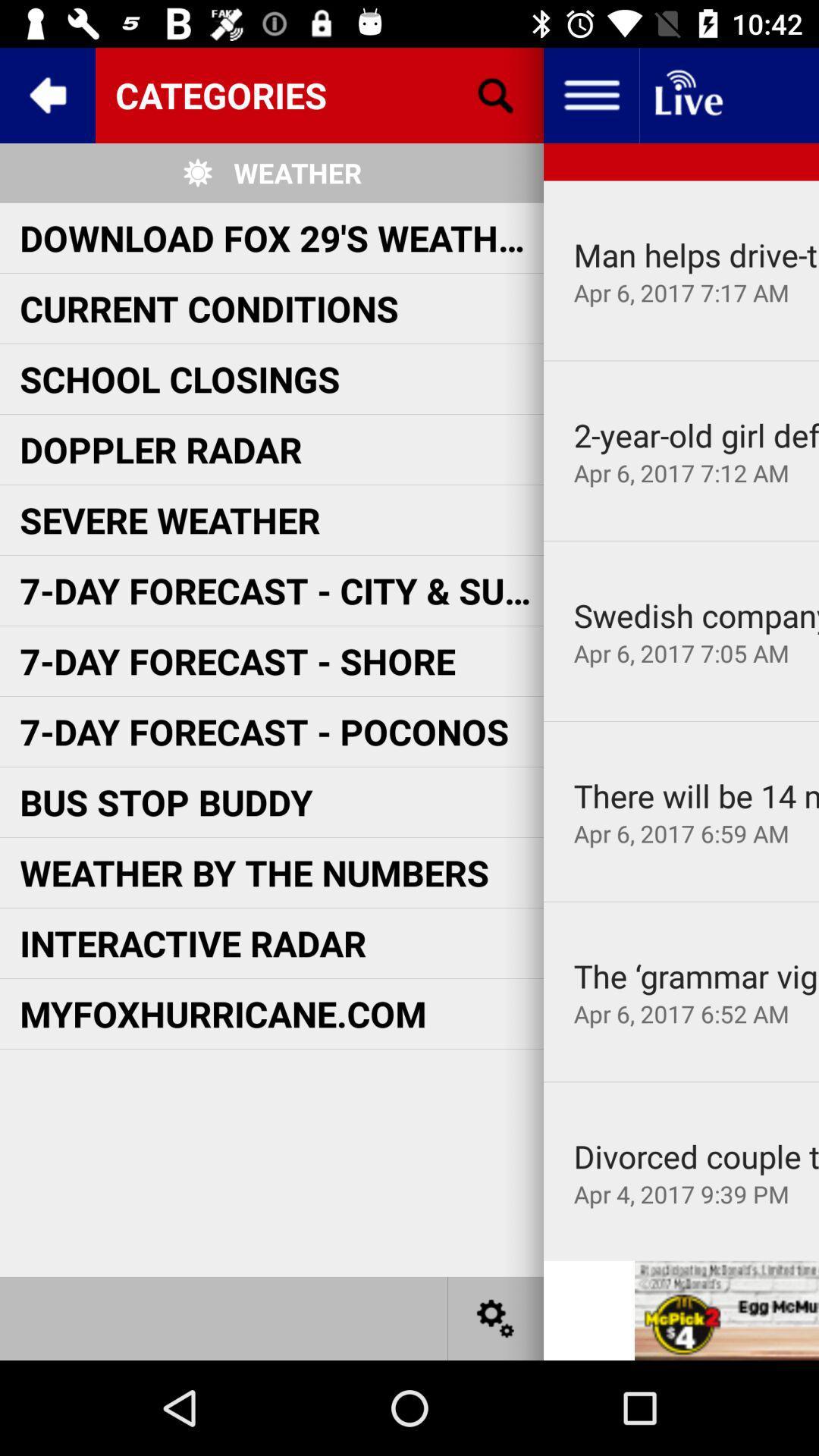 The image size is (819, 1456). I want to click on more options, so click(590, 94).